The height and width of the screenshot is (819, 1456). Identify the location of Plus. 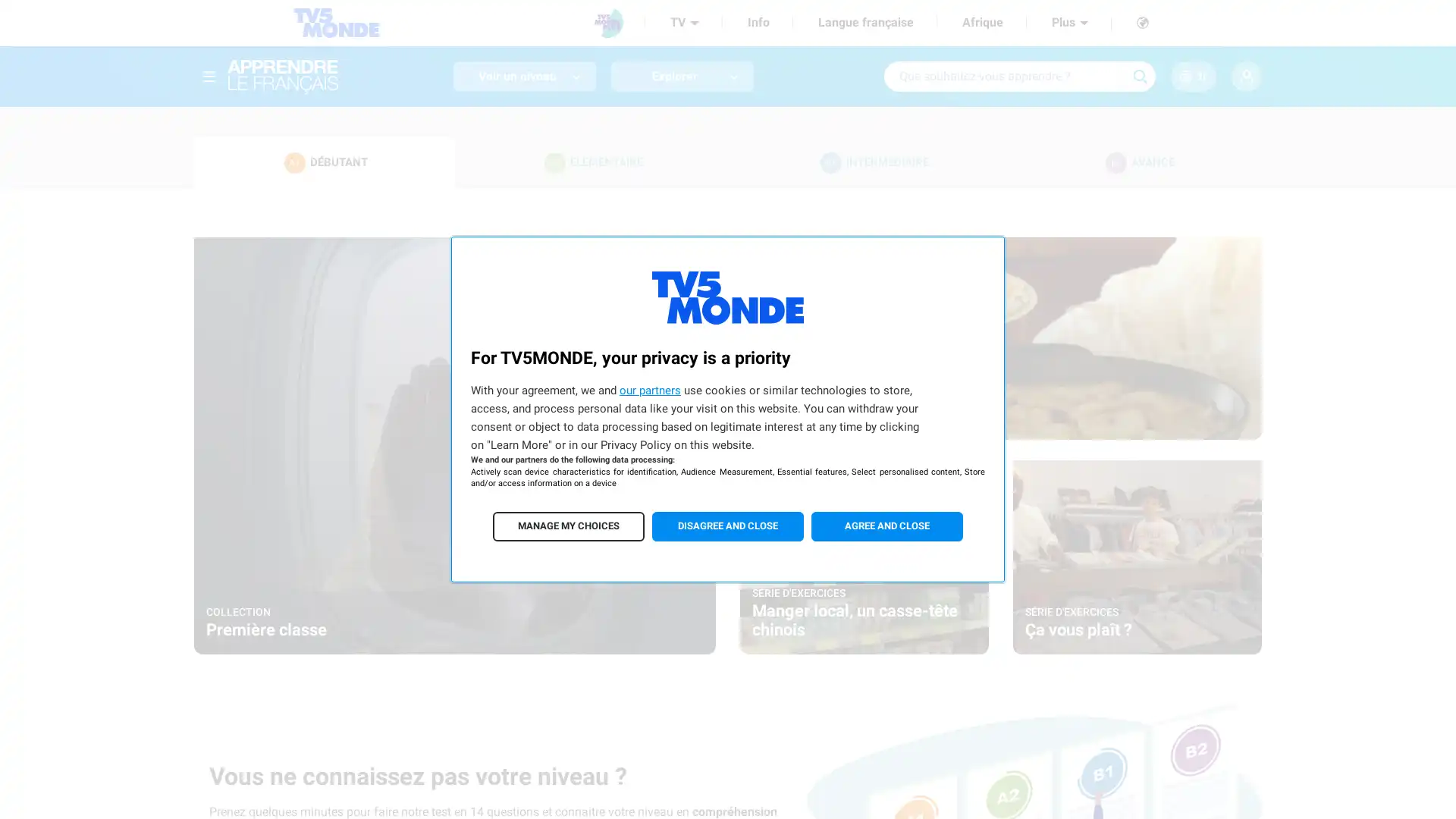
(1068, 22).